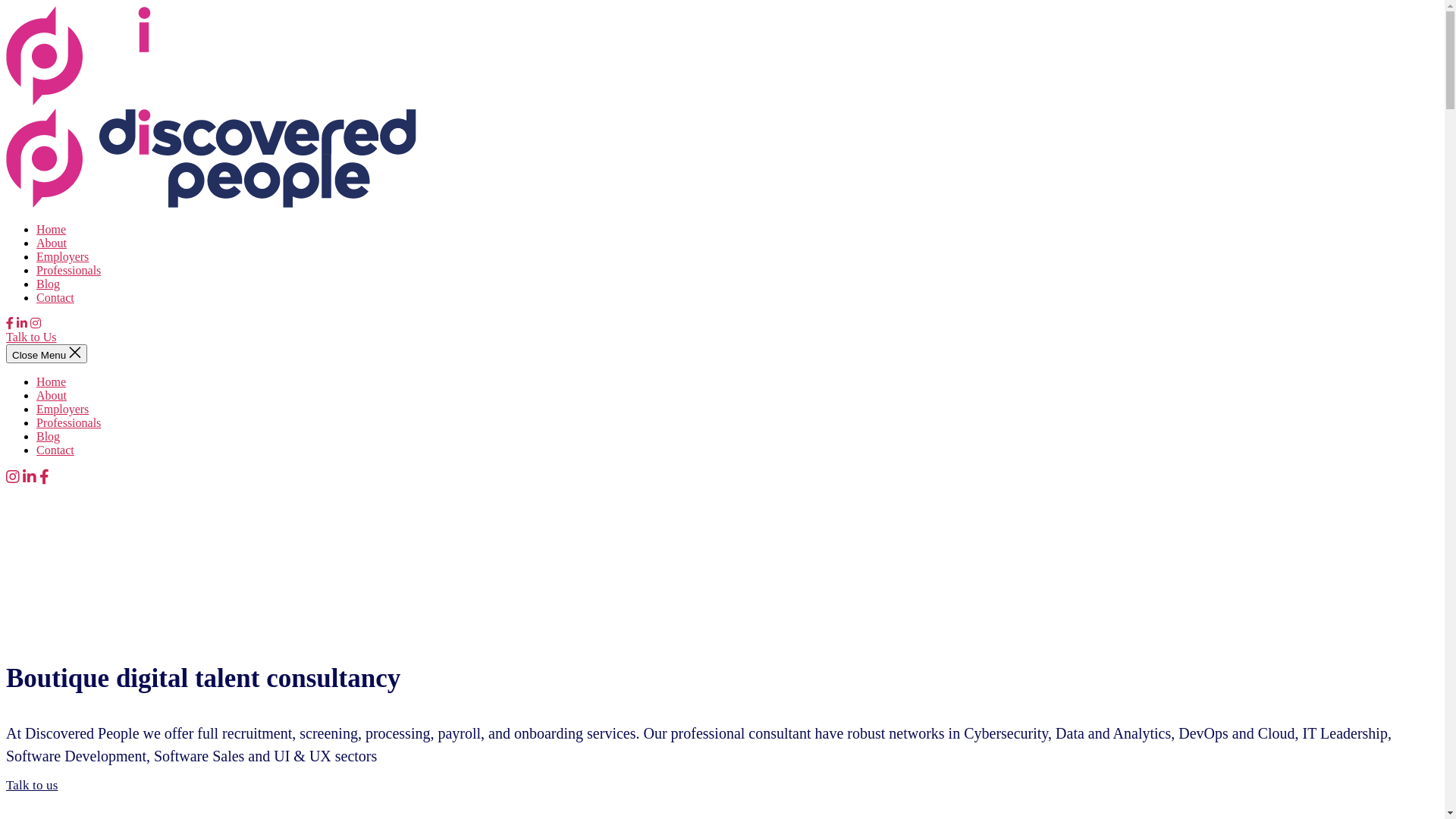  I want to click on 'Professionals', so click(67, 422).